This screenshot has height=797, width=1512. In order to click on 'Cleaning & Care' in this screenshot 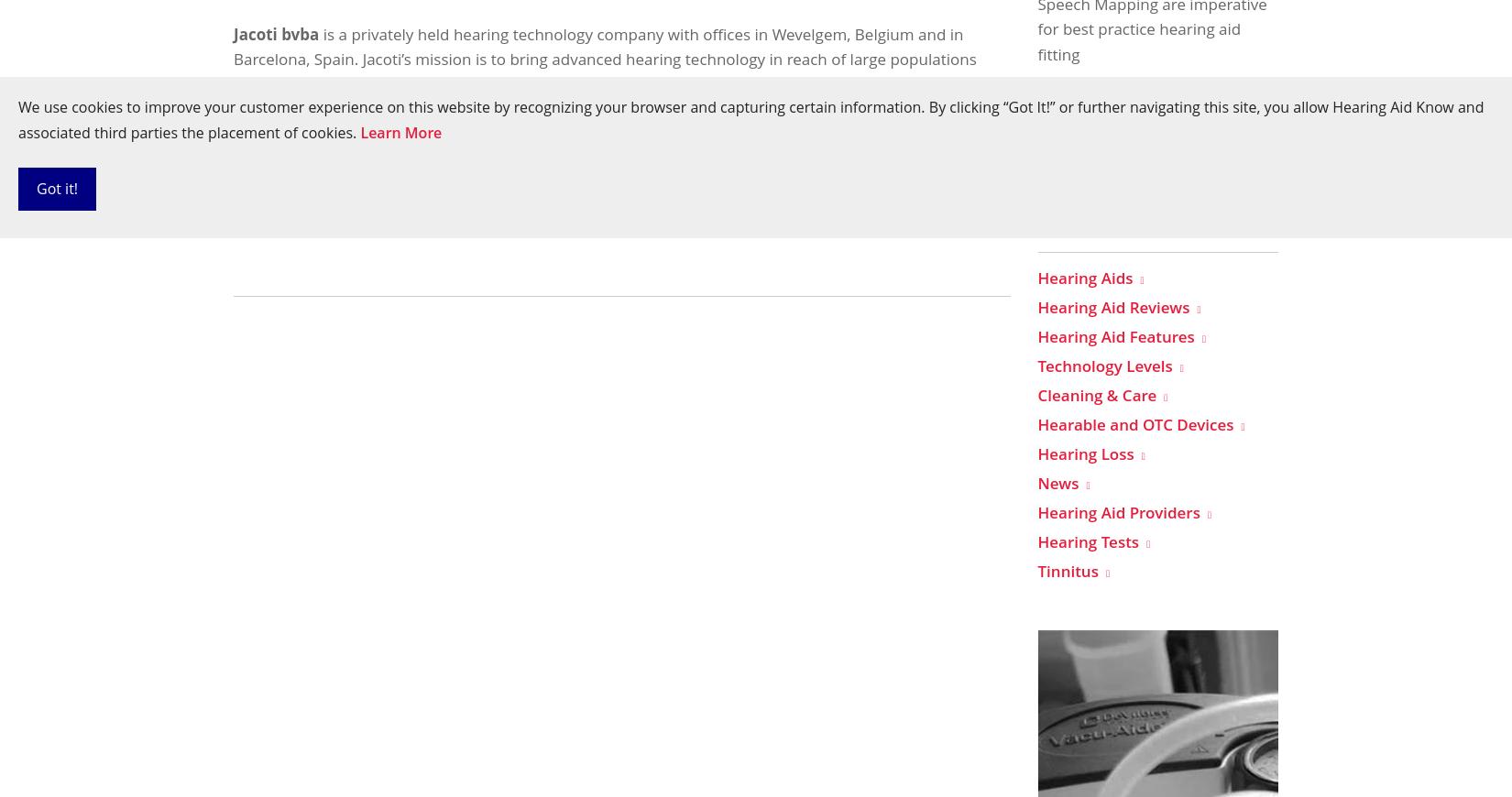, I will do `click(1097, 394)`.